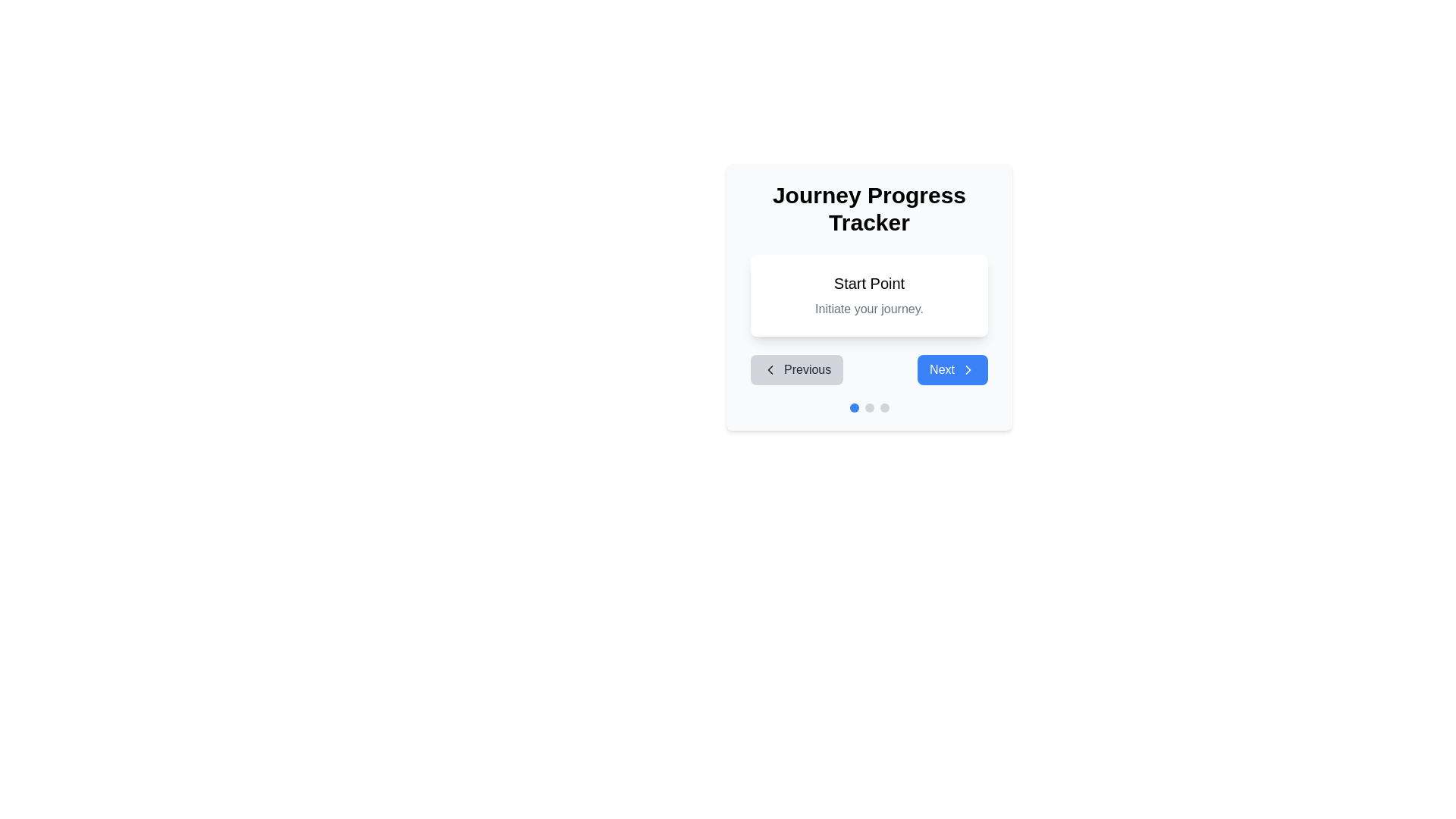 The image size is (1456, 819). Describe the element at coordinates (952, 370) in the screenshot. I see `the 'Next' button with a blue background and white text` at that location.